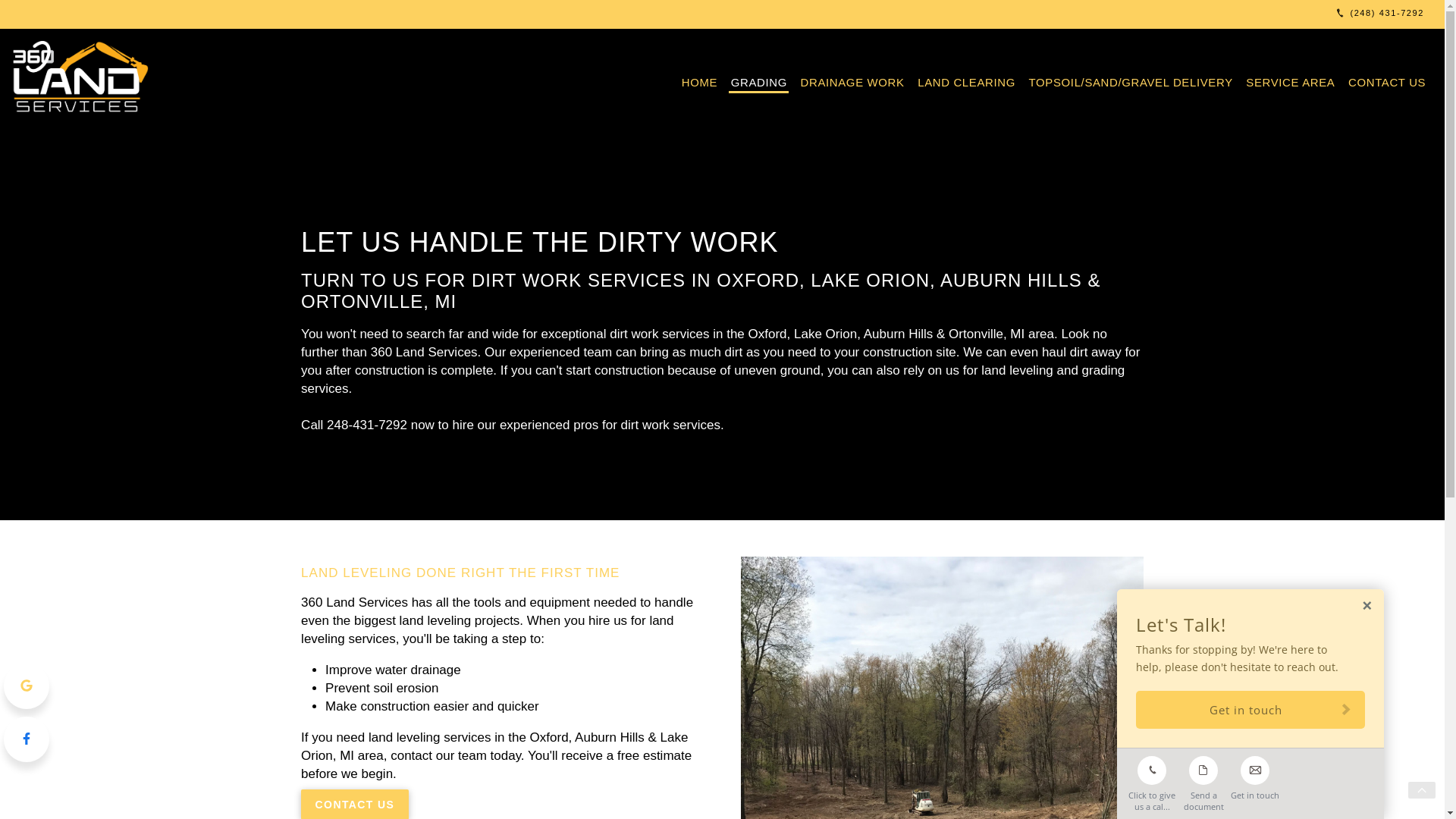 Image resolution: width=1456 pixels, height=819 pixels. I want to click on 'DRAINAGE WORK', so click(852, 79).